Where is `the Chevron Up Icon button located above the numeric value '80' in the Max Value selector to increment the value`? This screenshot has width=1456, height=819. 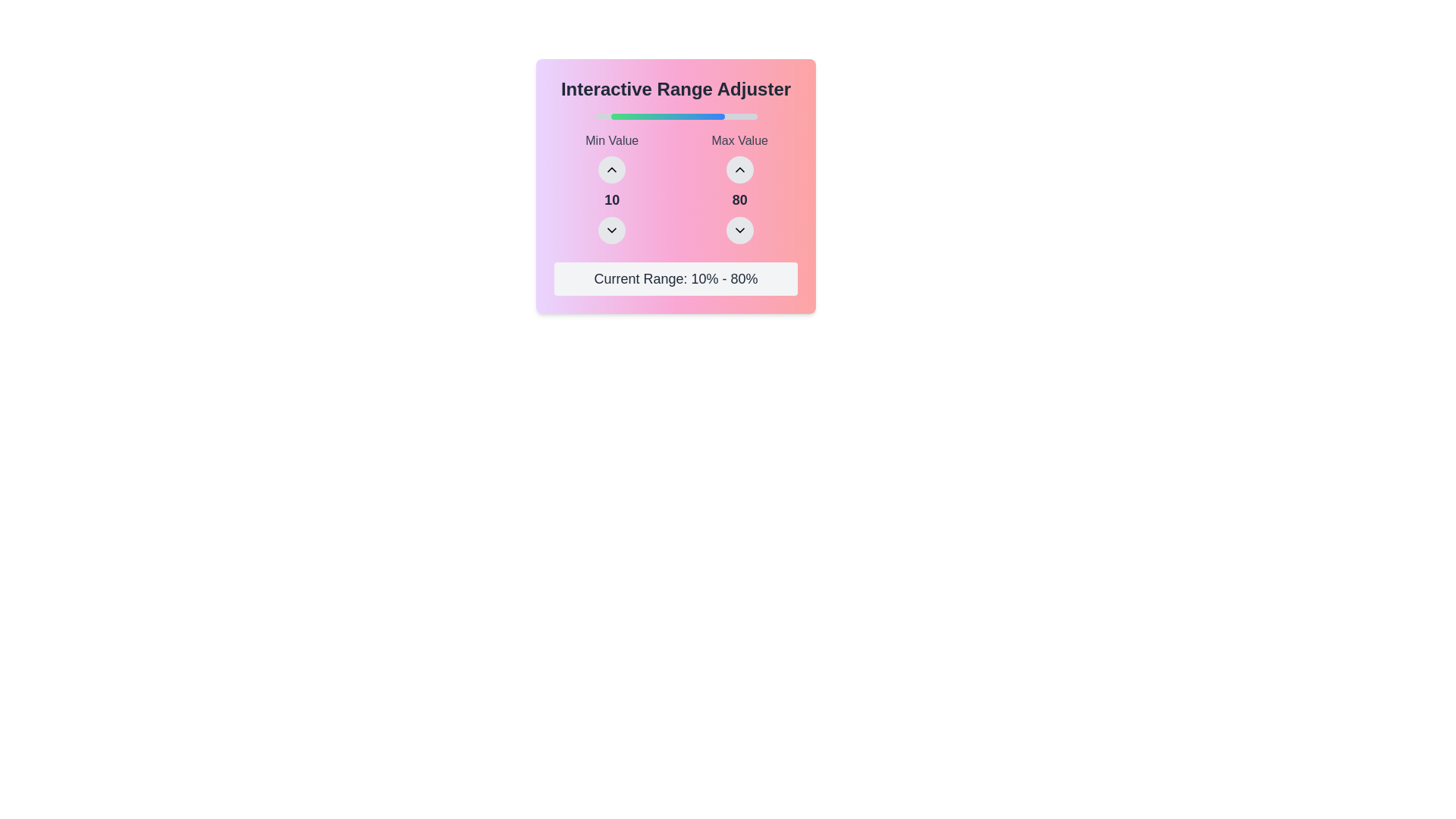 the Chevron Up Icon button located above the numeric value '80' in the Max Value selector to increment the value is located at coordinates (739, 169).